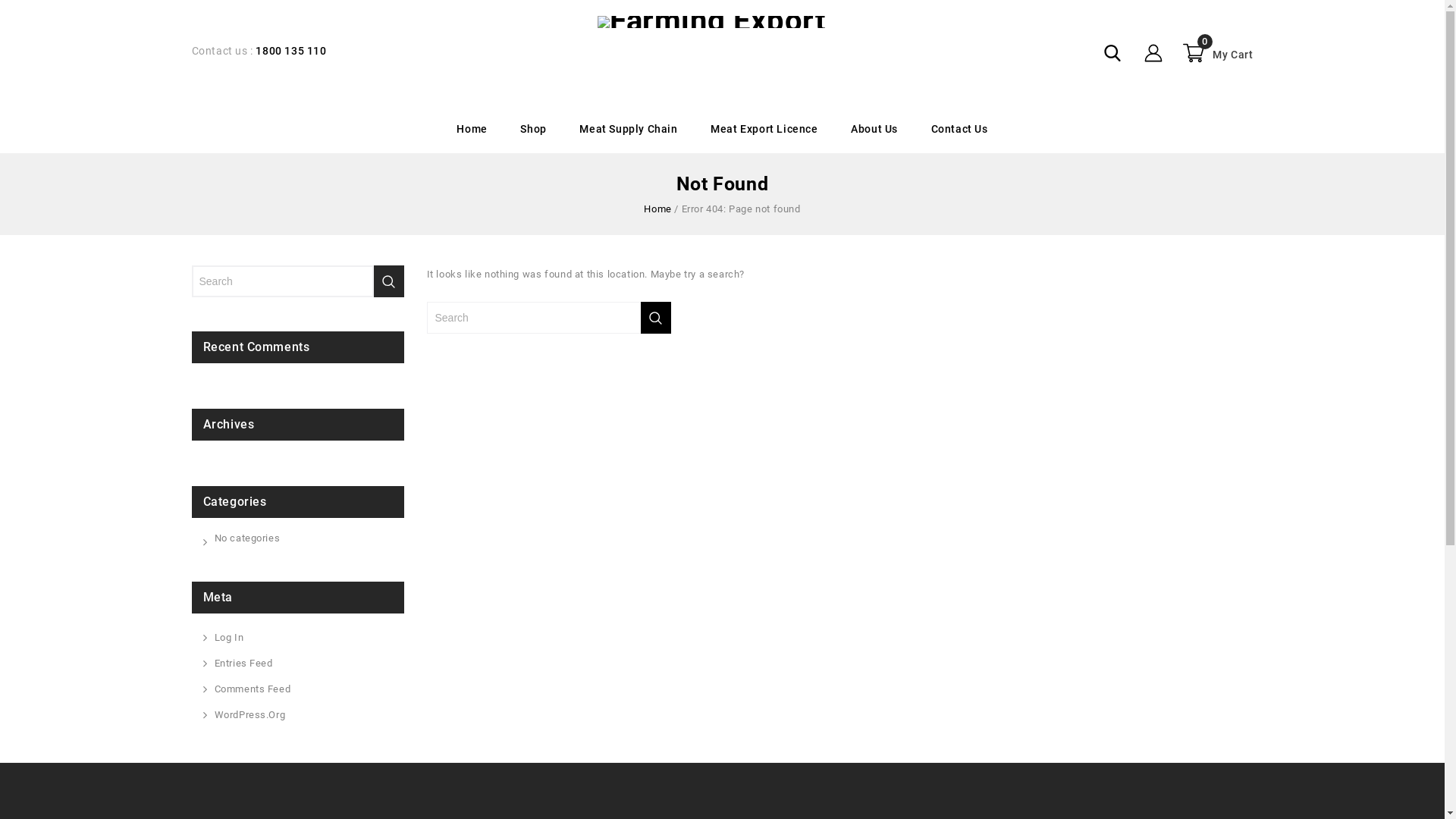  I want to click on 'Farming Export: Australian Meat Exporters, Beef, Lamb, Goat', so click(711, 21).